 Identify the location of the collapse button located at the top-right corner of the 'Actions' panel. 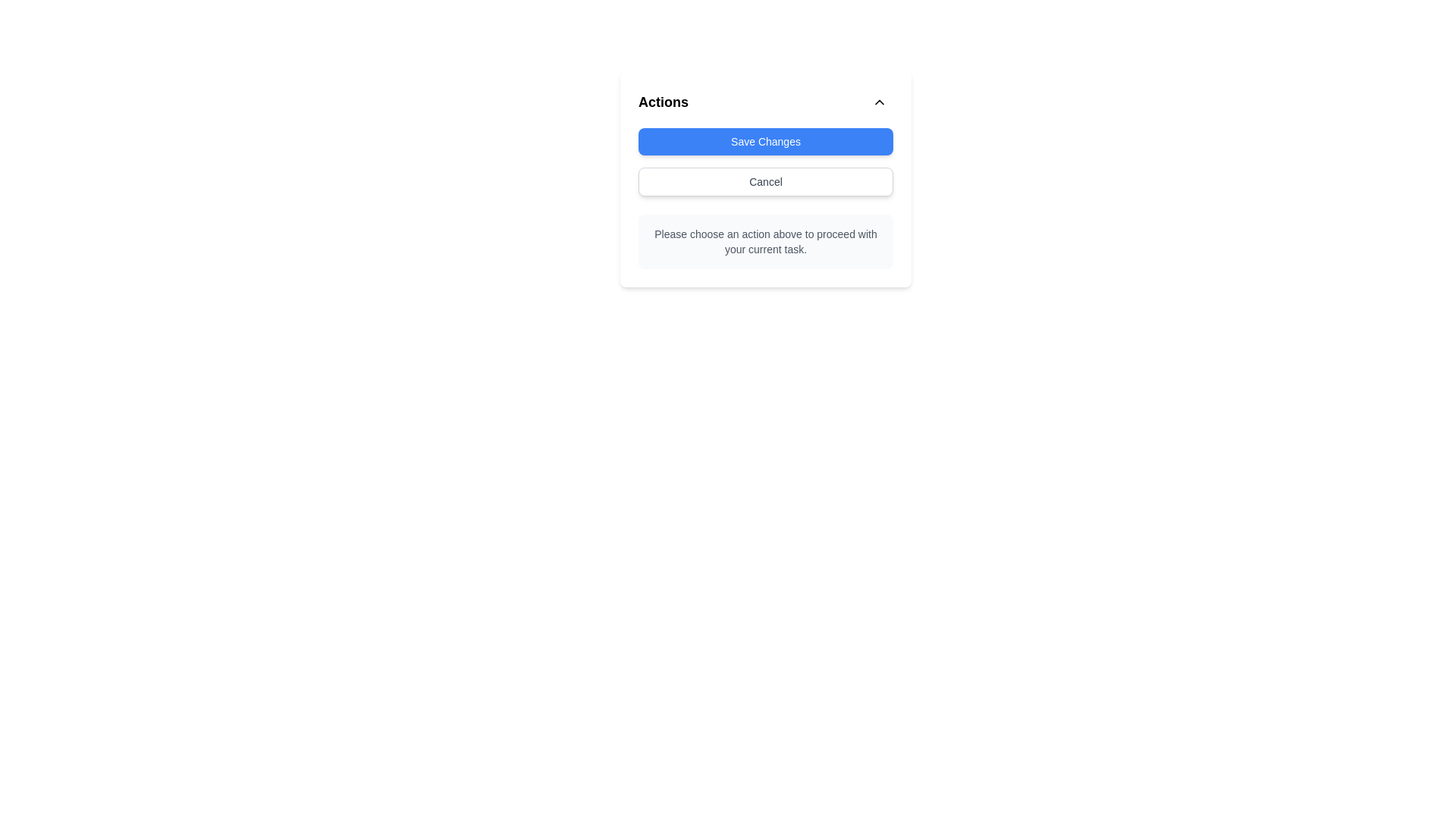
(880, 102).